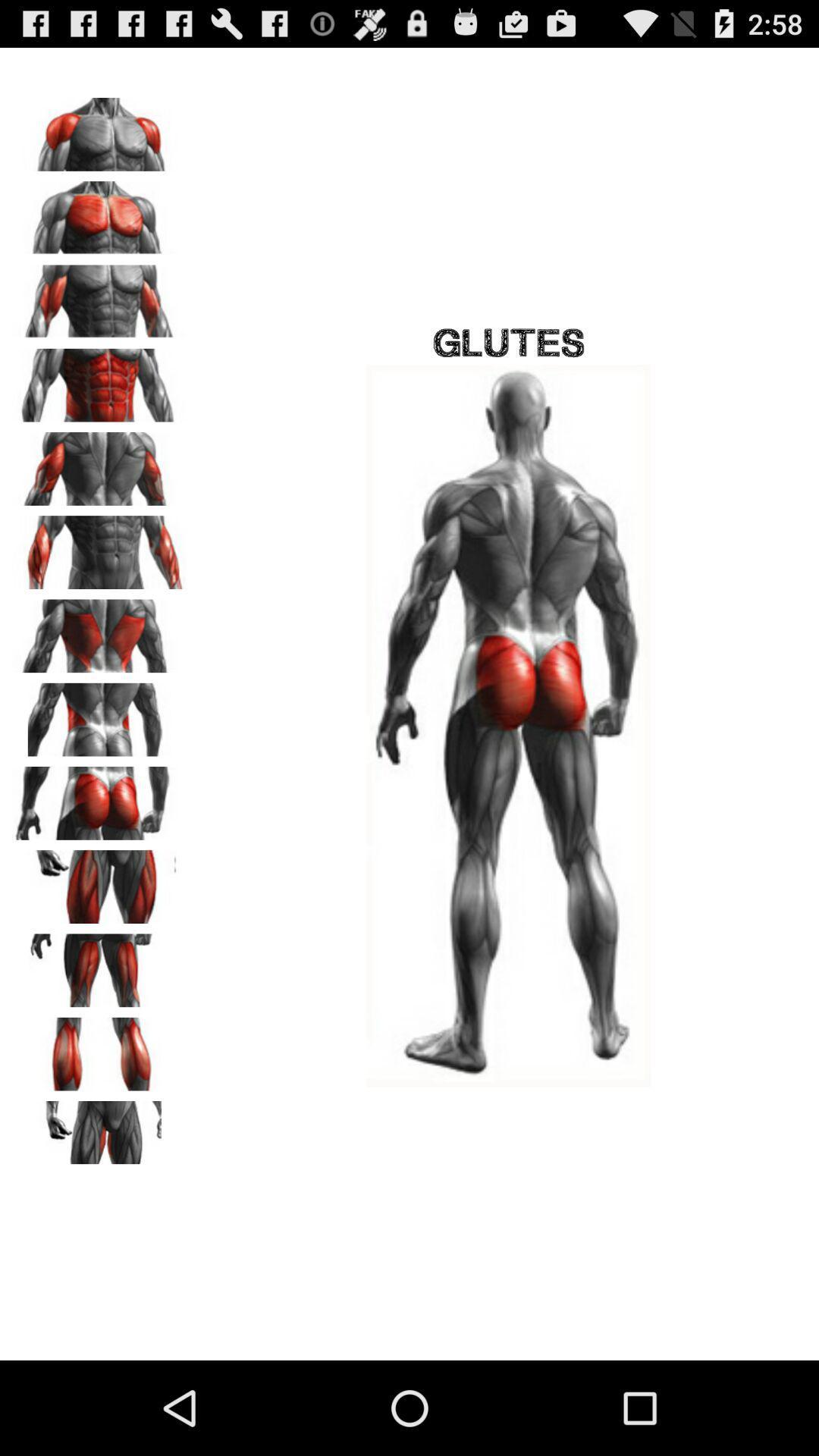 The image size is (819, 1456). Describe the element at coordinates (99, 1032) in the screenshot. I see `the font icon` at that location.